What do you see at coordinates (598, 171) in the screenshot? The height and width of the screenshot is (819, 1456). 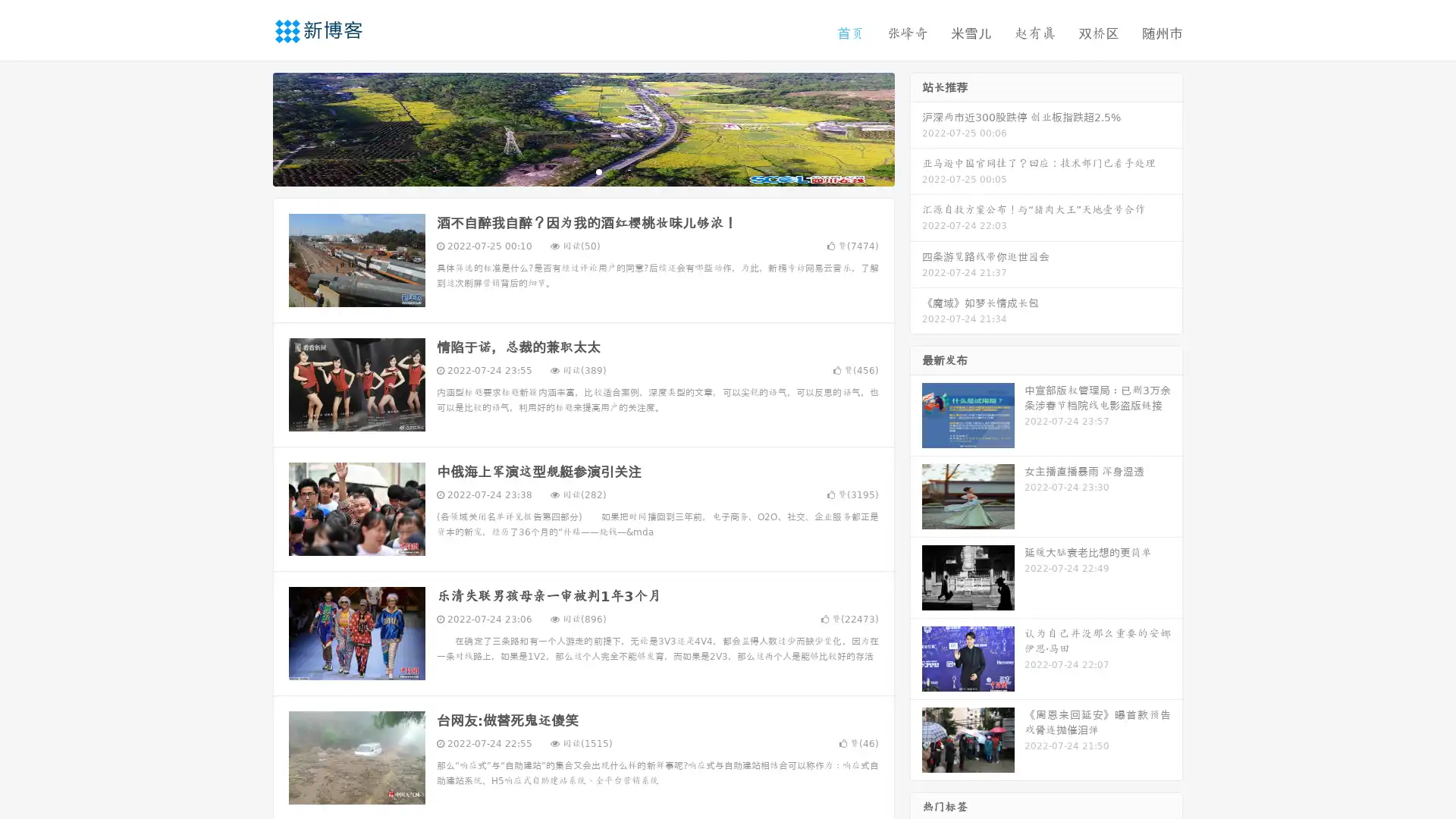 I see `Go to slide 3` at bounding box center [598, 171].